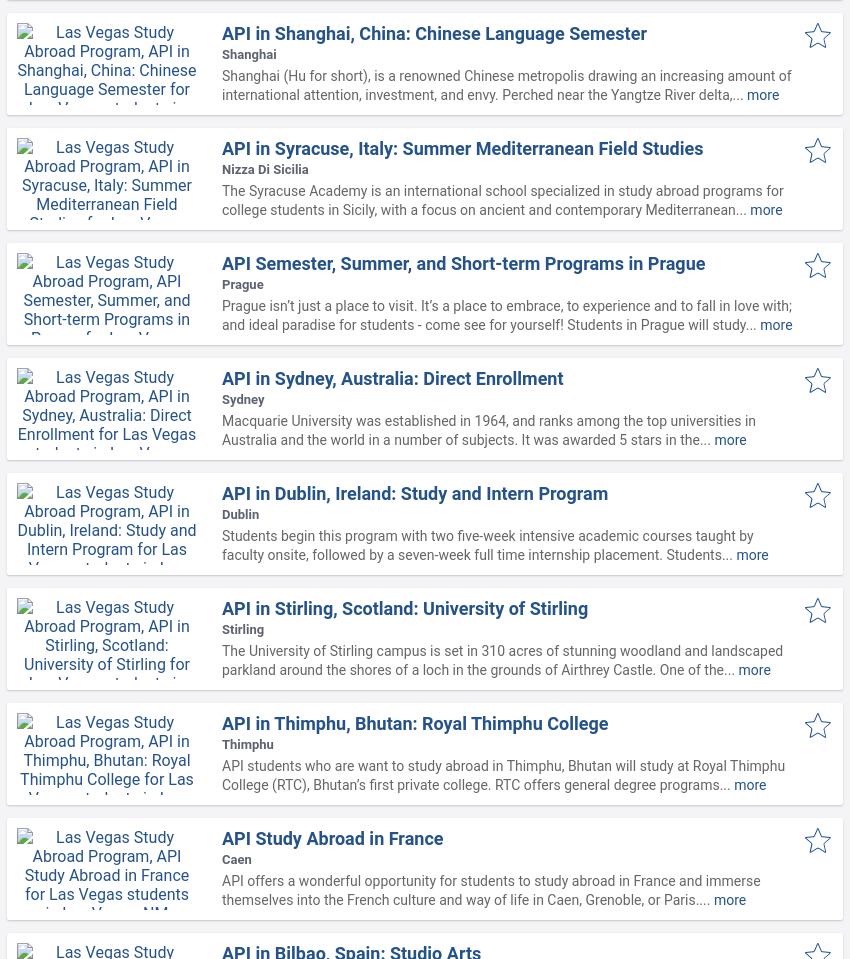 This screenshot has width=850, height=959. Describe the element at coordinates (502, 660) in the screenshot. I see `'The University of Stirling campus is set in 310 acres of stunning woodland and landscaped parkland around the shores of a loch in the grounds of Airthrey Castle. One of the...'` at that location.